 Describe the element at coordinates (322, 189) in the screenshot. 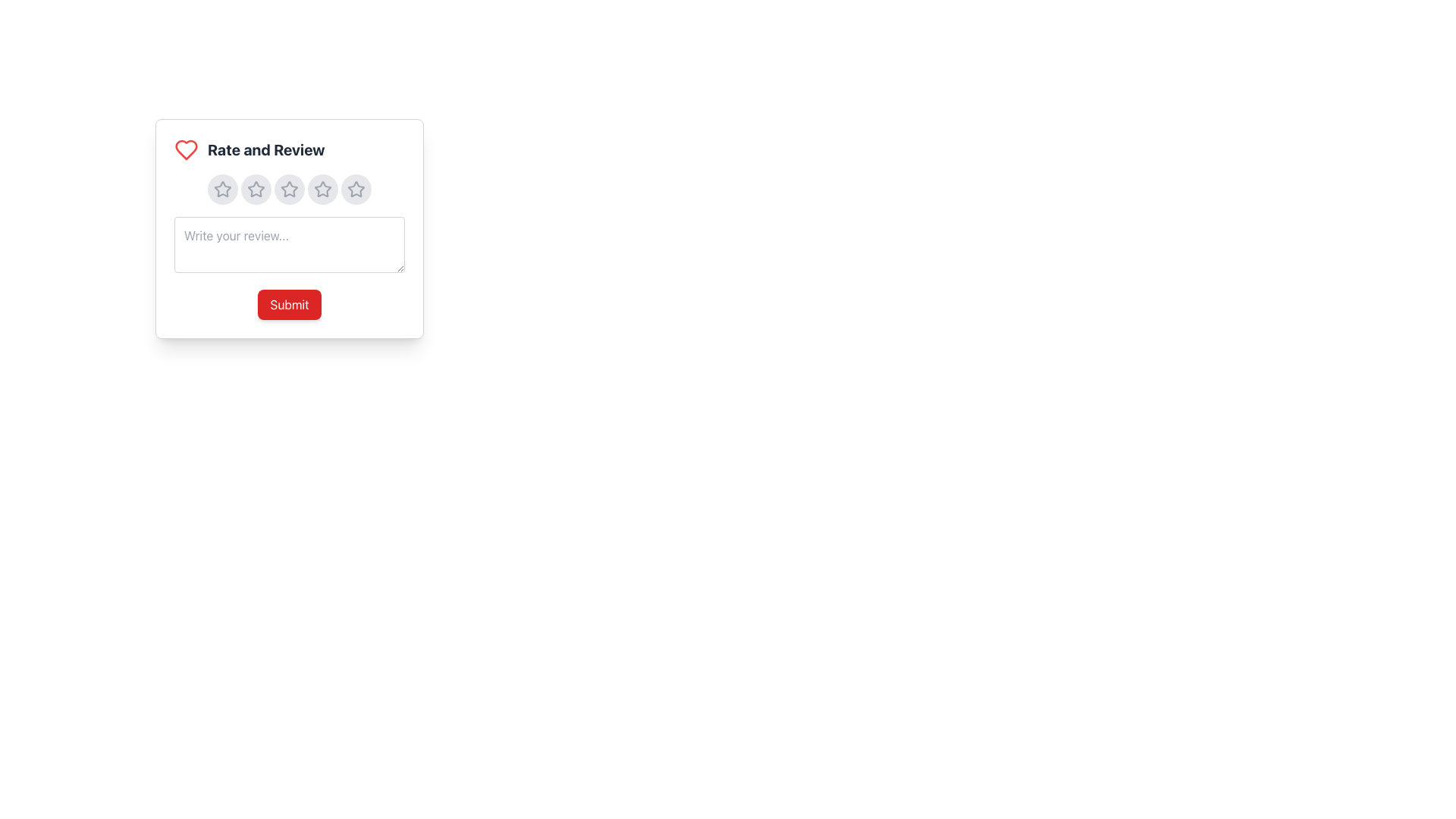

I see `the fourth star icon in the rating system` at that location.